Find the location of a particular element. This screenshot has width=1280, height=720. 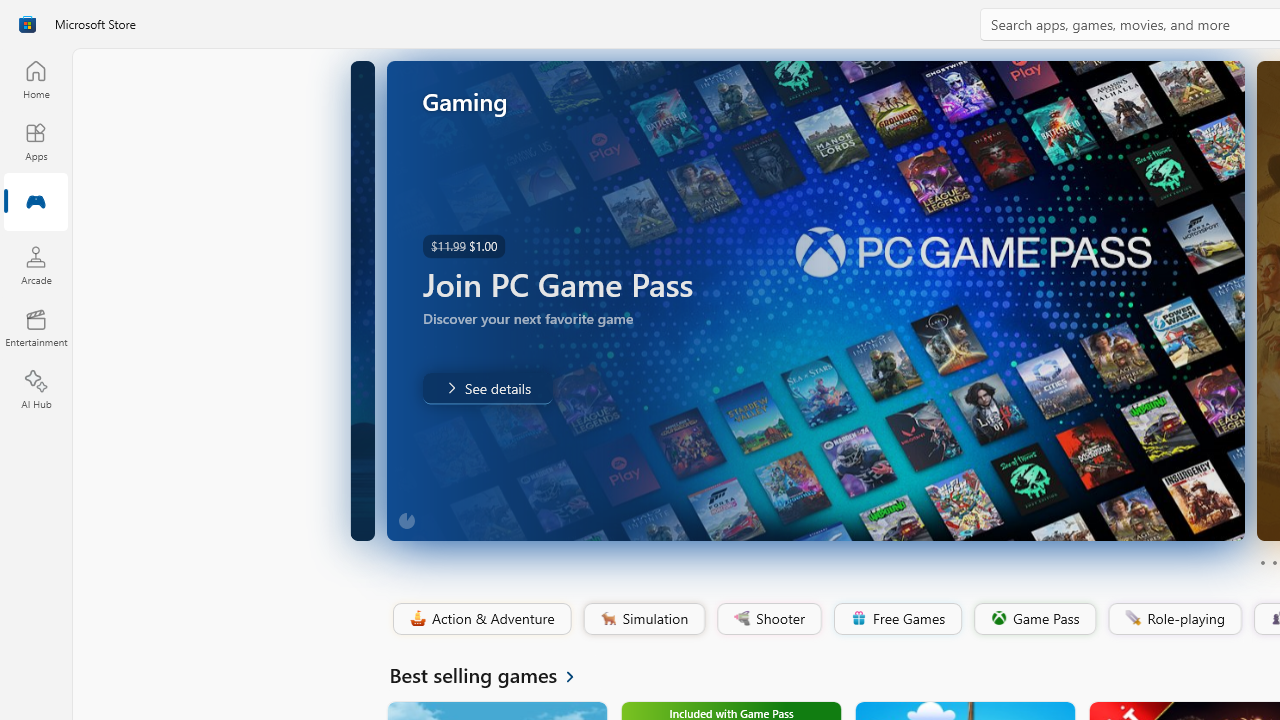

'Gaming' is located at coordinates (35, 203).